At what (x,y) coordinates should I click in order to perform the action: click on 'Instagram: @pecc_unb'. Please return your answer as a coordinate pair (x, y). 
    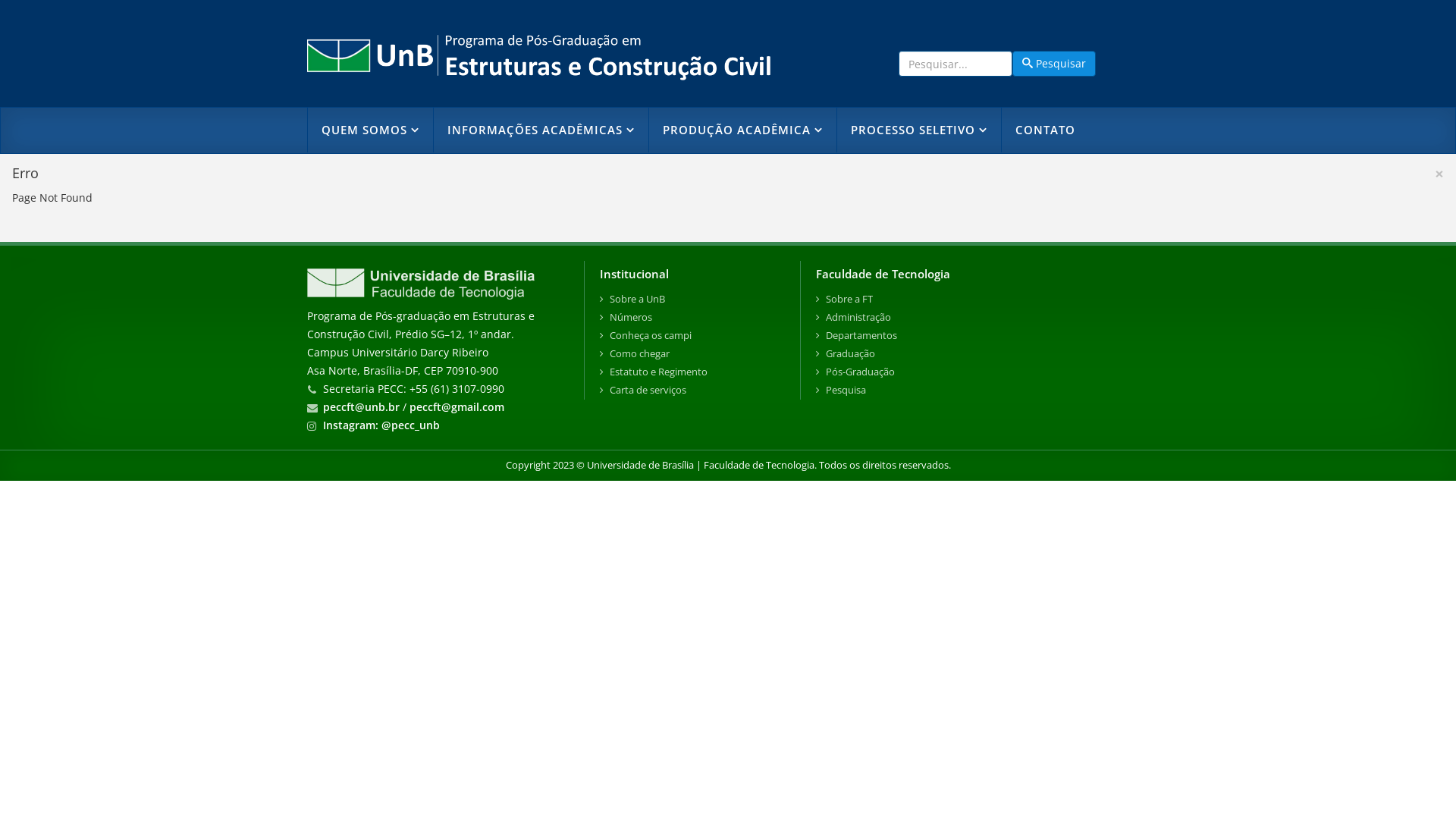
    Looking at the image, I should click on (381, 425).